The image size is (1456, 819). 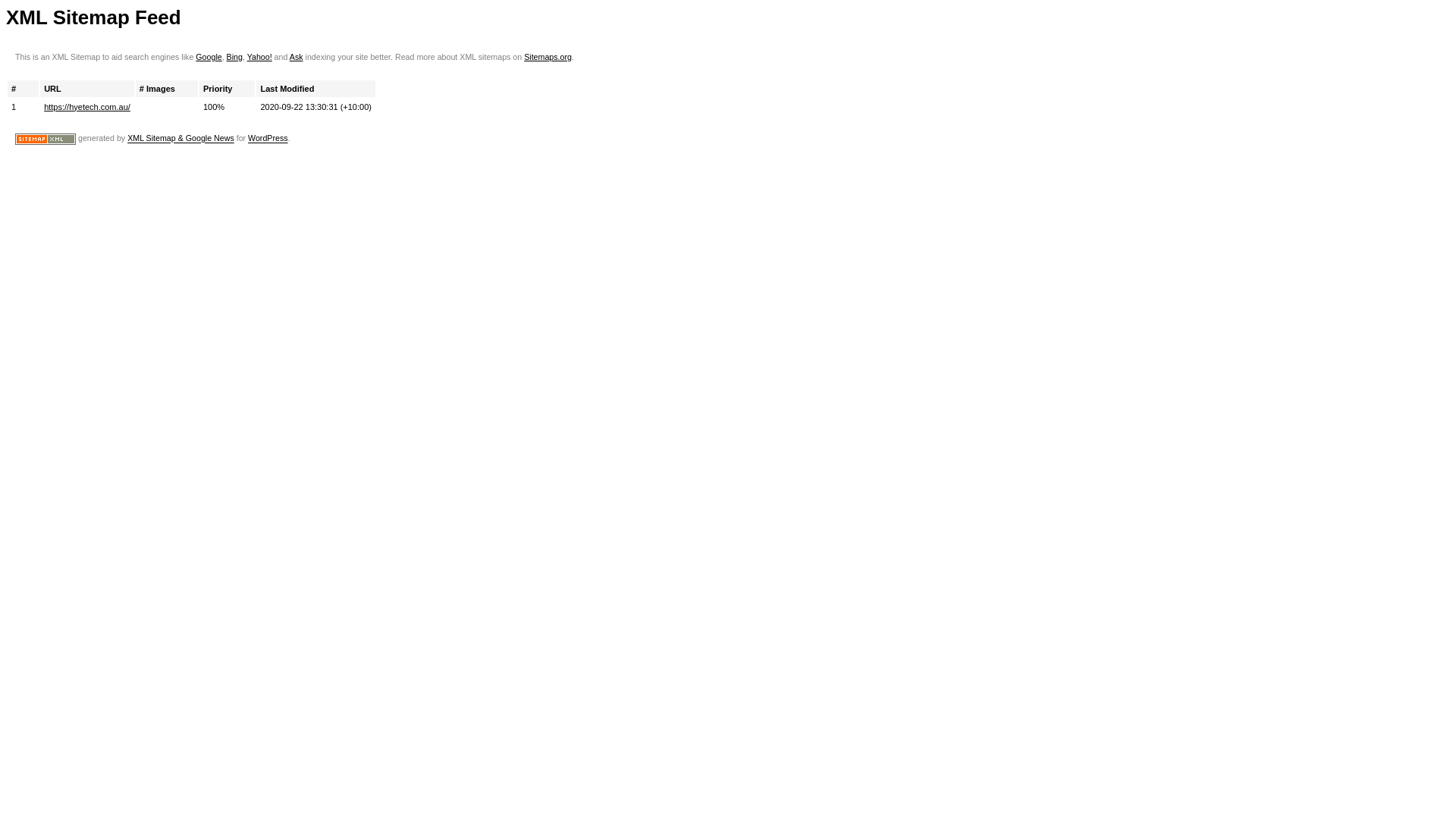 What do you see at coordinates (547, 55) in the screenshot?
I see `'Sitemaps.org'` at bounding box center [547, 55].